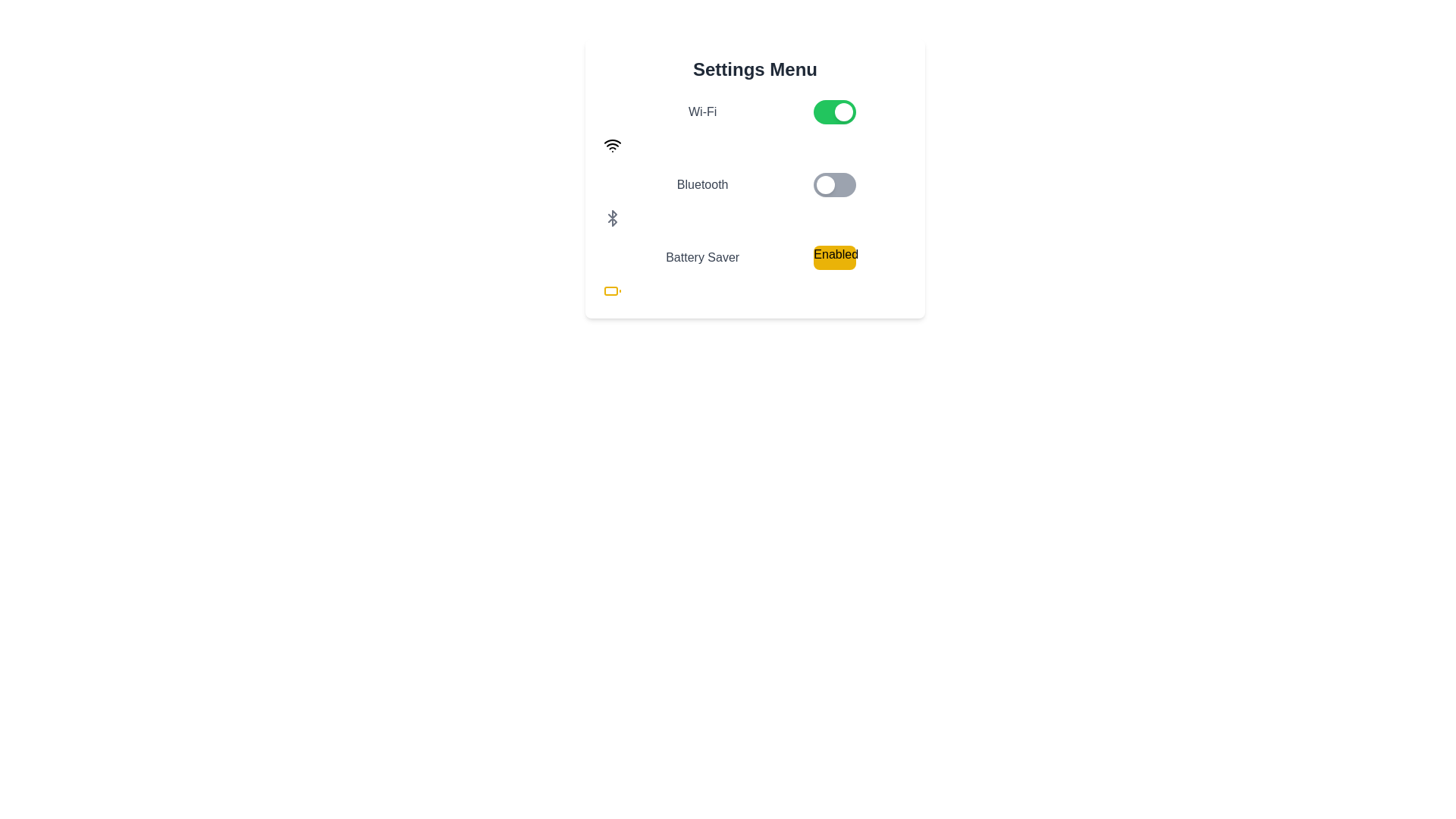 The image size is (1456, 819). What do you see at coordinates (755, 271) in the screenshot?
I see `the 'Battery Saver' status indicator within the 'Settings Menu' card` at bounding box center [755, 271].